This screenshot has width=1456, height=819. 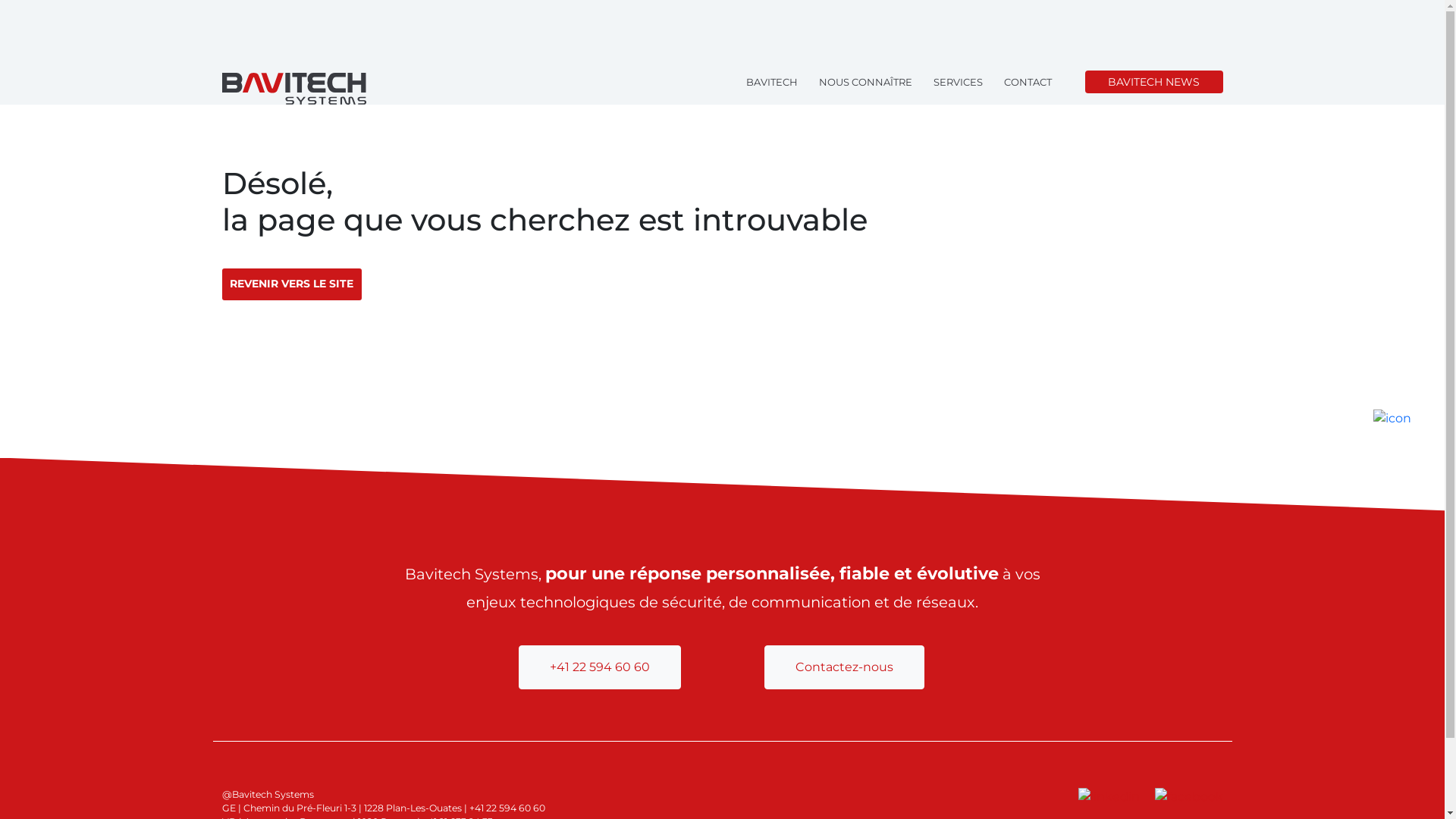 What do you see at coordinates (1110, 795) in the screenshot?
I see `'Partager sur LinkedIn'` at bounding box center [1110, 795].